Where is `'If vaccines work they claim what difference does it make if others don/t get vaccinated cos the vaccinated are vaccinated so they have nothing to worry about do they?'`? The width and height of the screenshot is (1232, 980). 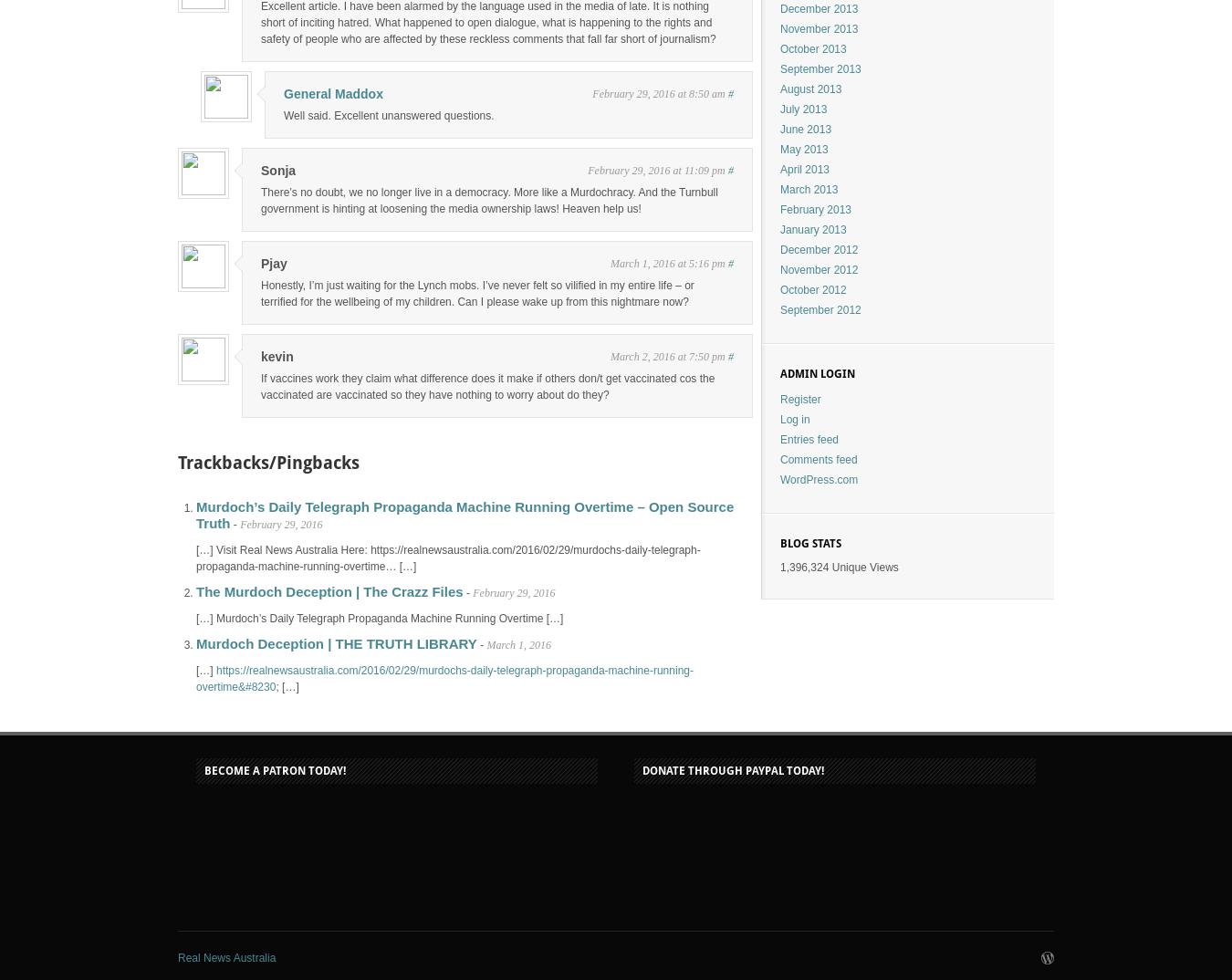 'If vaccines work they claim what difference does it make if others don/t get vaccinated cos the vaccinated are vaccinated so they have nothing to worry about do they?' is located at coordinates (260, 387).